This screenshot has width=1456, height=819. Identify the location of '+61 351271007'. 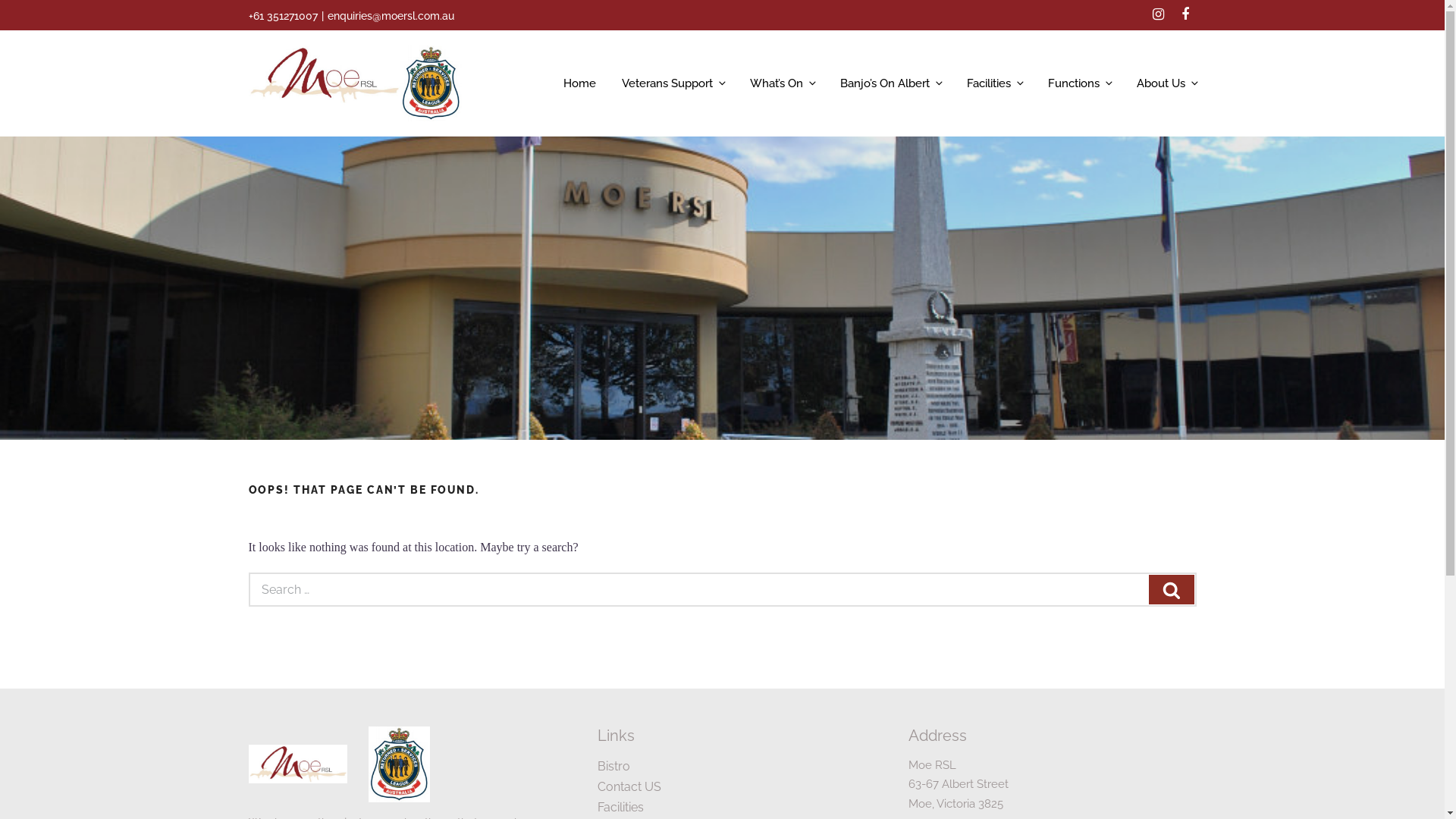
(283, 15).